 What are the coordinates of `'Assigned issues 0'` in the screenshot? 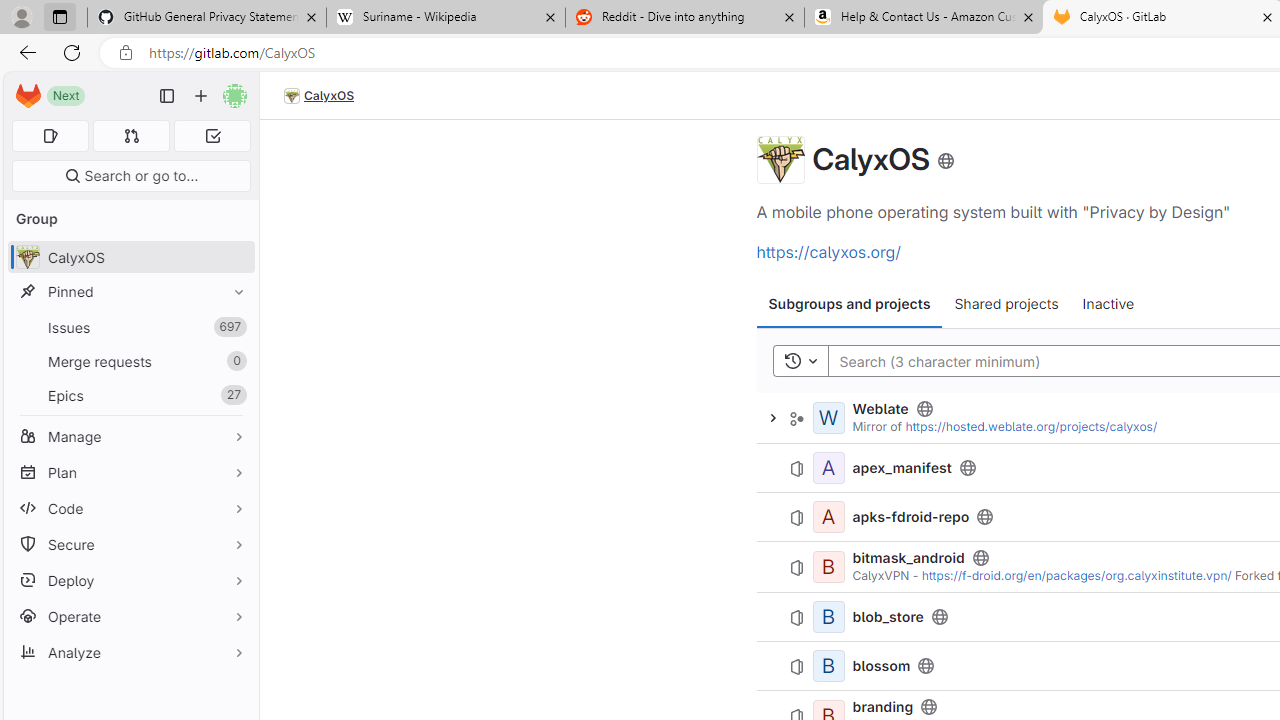 It's located at (50, 135).